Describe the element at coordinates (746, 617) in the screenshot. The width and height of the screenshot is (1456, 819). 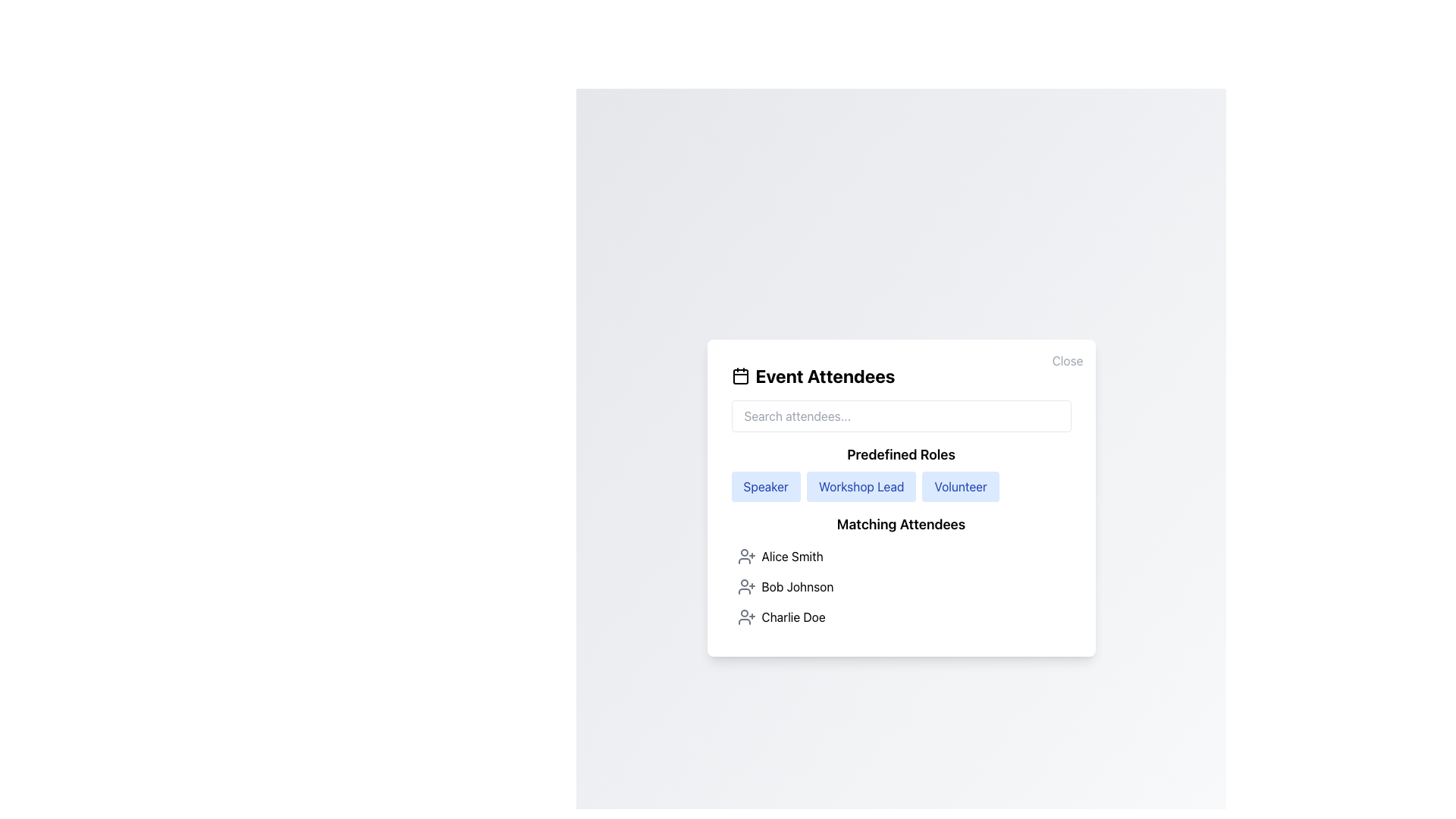
I see `the icon to the left of 'Charlie Doe'` at that location.